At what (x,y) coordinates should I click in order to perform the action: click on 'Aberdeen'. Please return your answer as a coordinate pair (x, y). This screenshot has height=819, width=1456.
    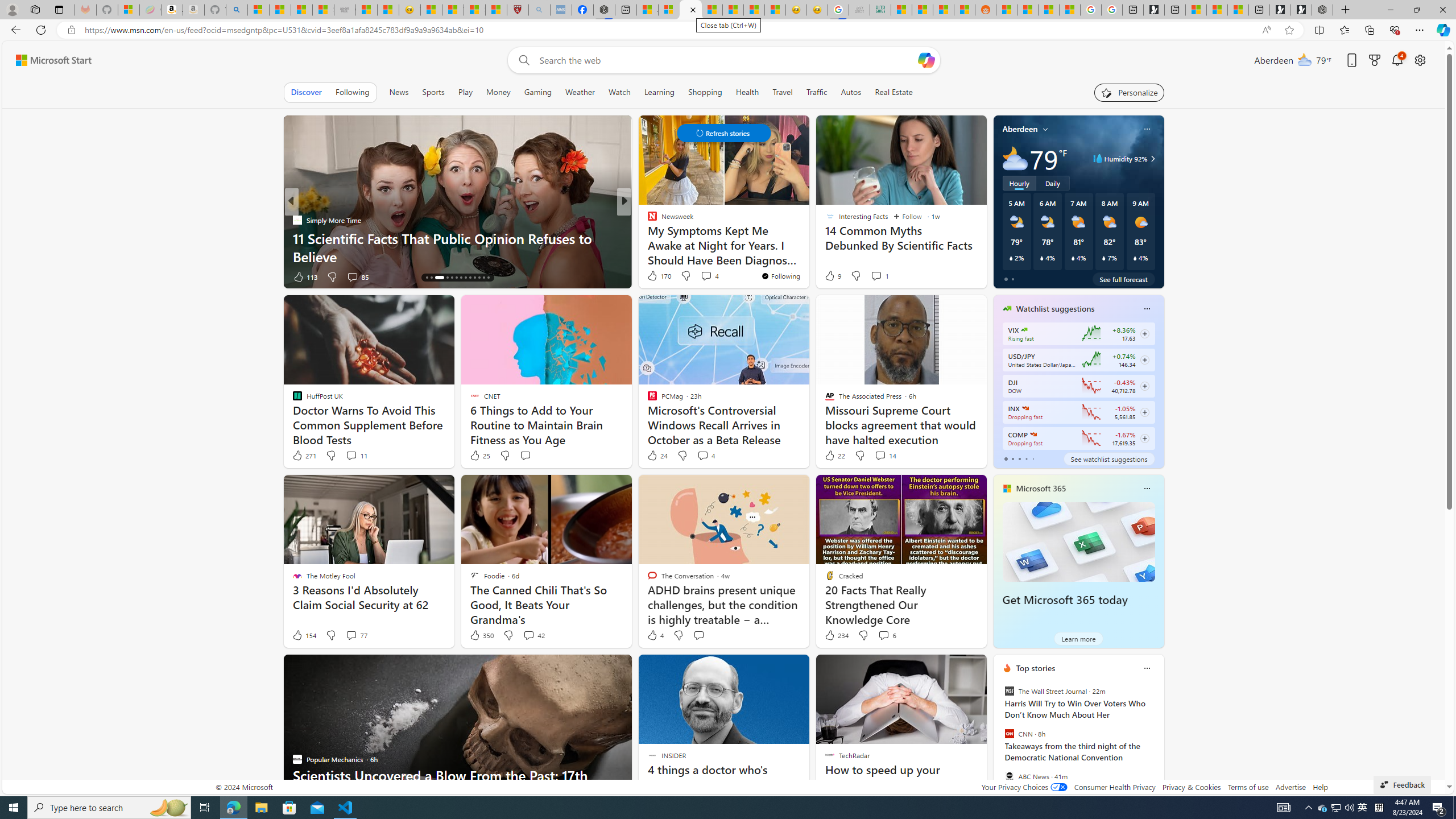
    Looking at the image, I should click on (1020, 128).